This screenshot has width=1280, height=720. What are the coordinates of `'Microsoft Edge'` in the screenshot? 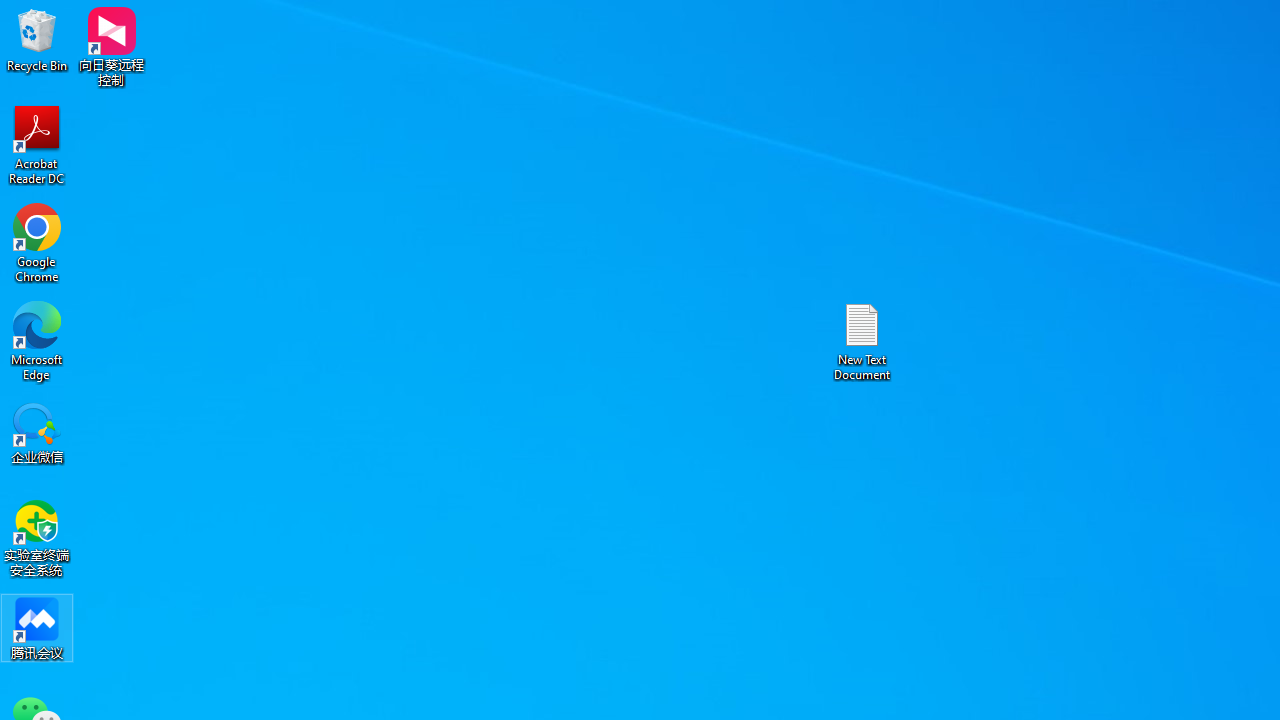 It's located at (37, 340).